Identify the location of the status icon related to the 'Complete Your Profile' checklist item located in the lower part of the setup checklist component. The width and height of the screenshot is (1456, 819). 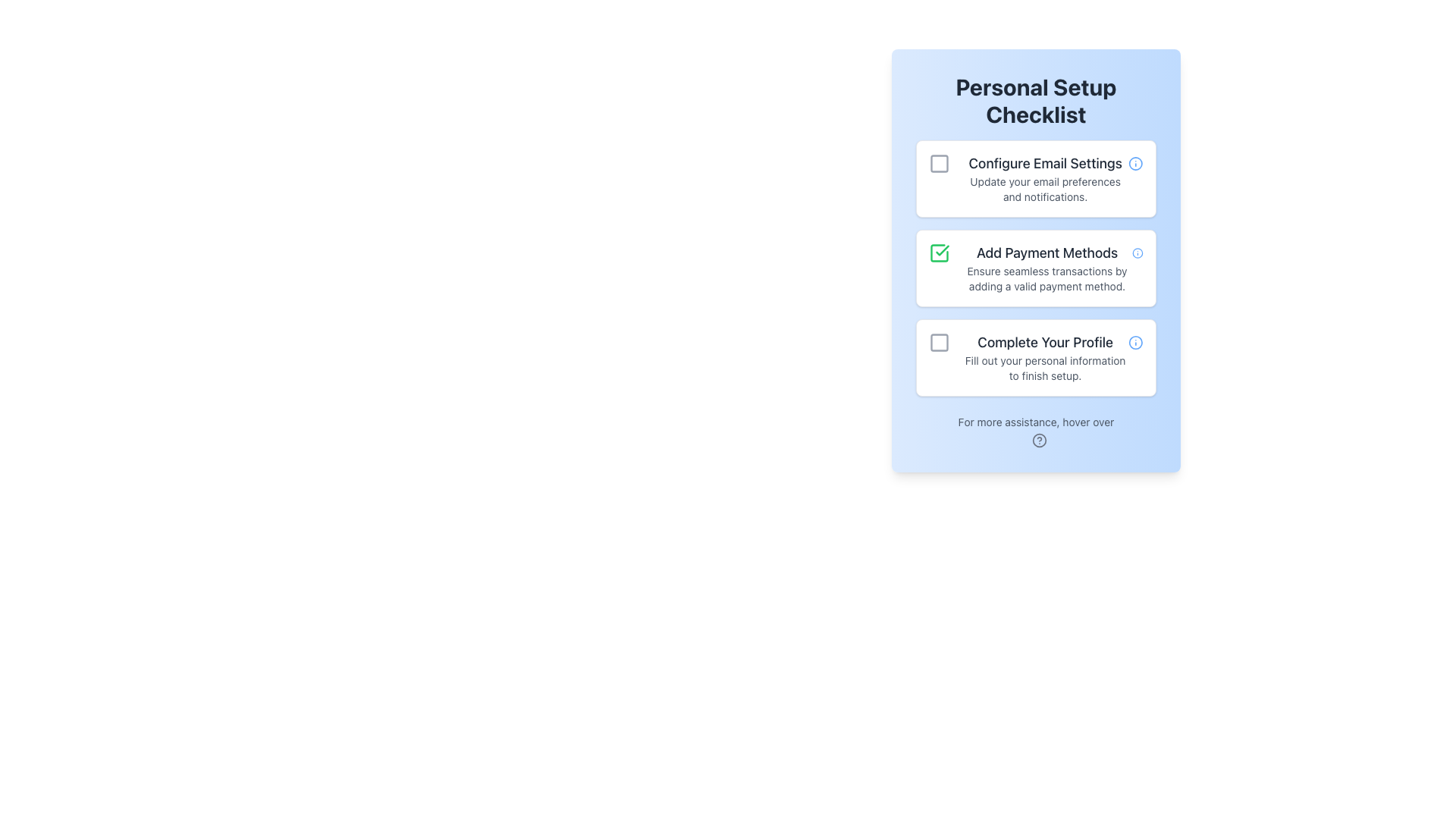
(938, 342).